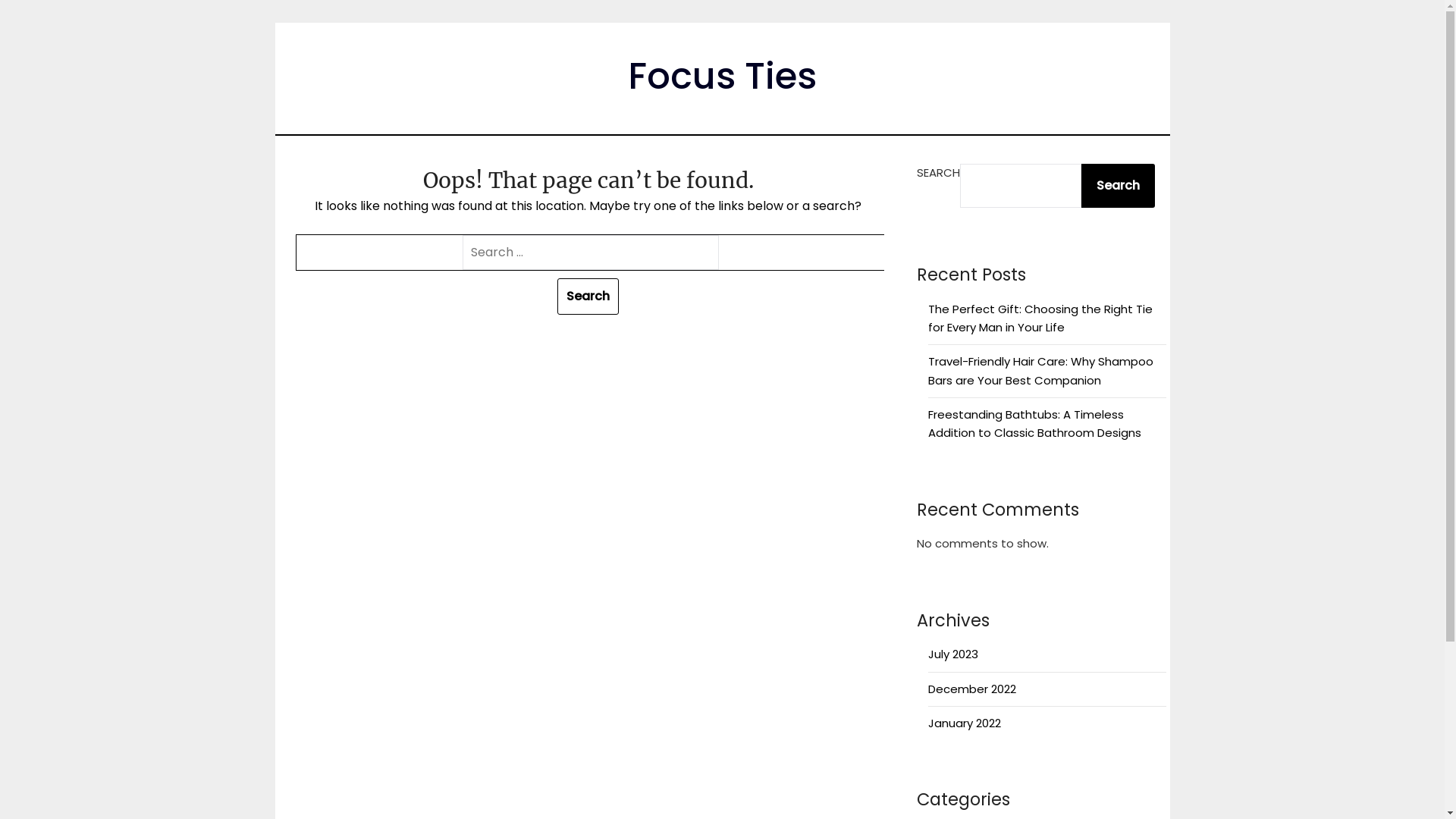  What do you see at coordinates (721, 76) in the screenshot?
I see `'Focus Ties'` at bounding box center [721, 76].